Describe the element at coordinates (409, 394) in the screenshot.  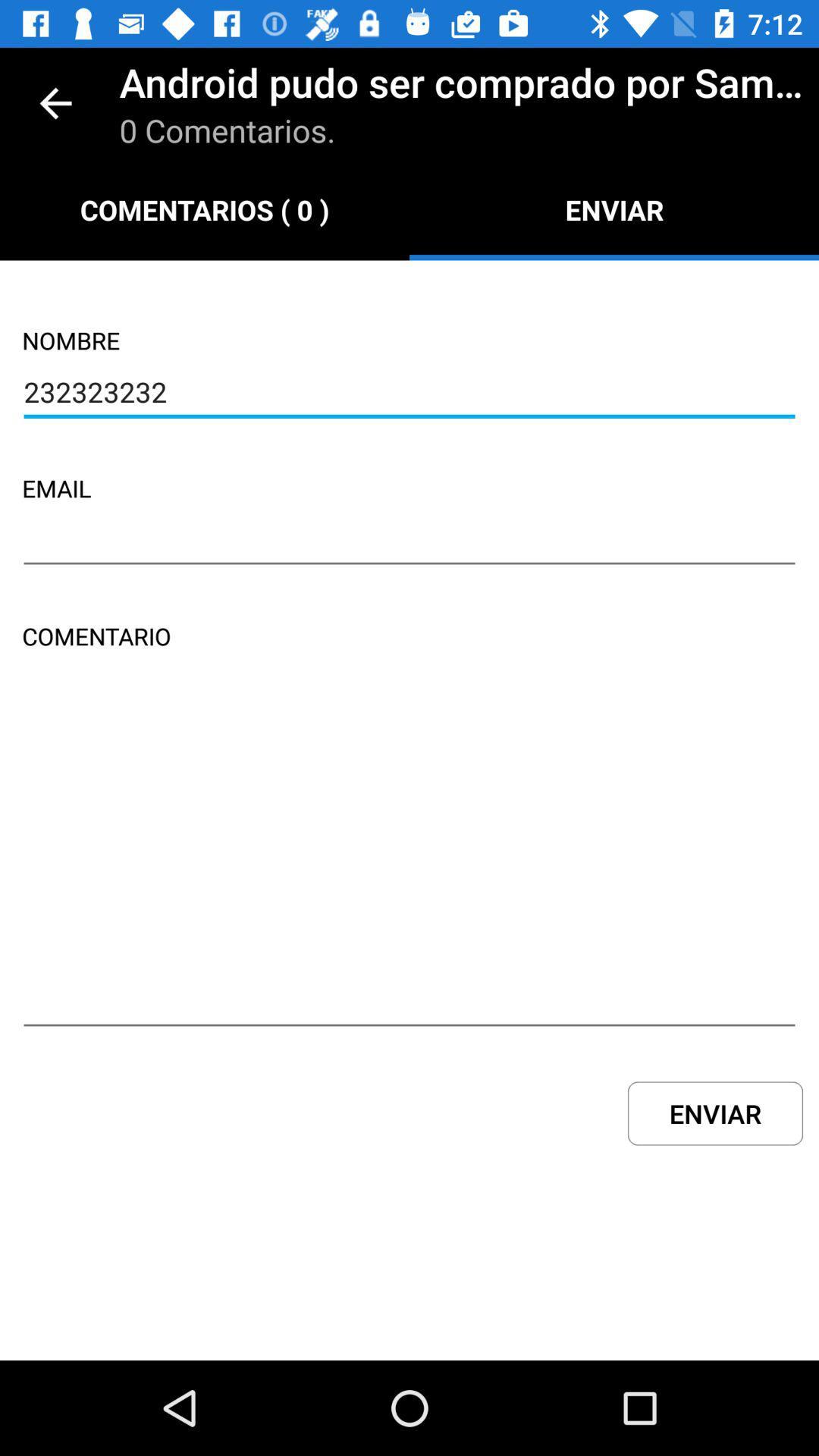
I see `the 232323232` at that location.